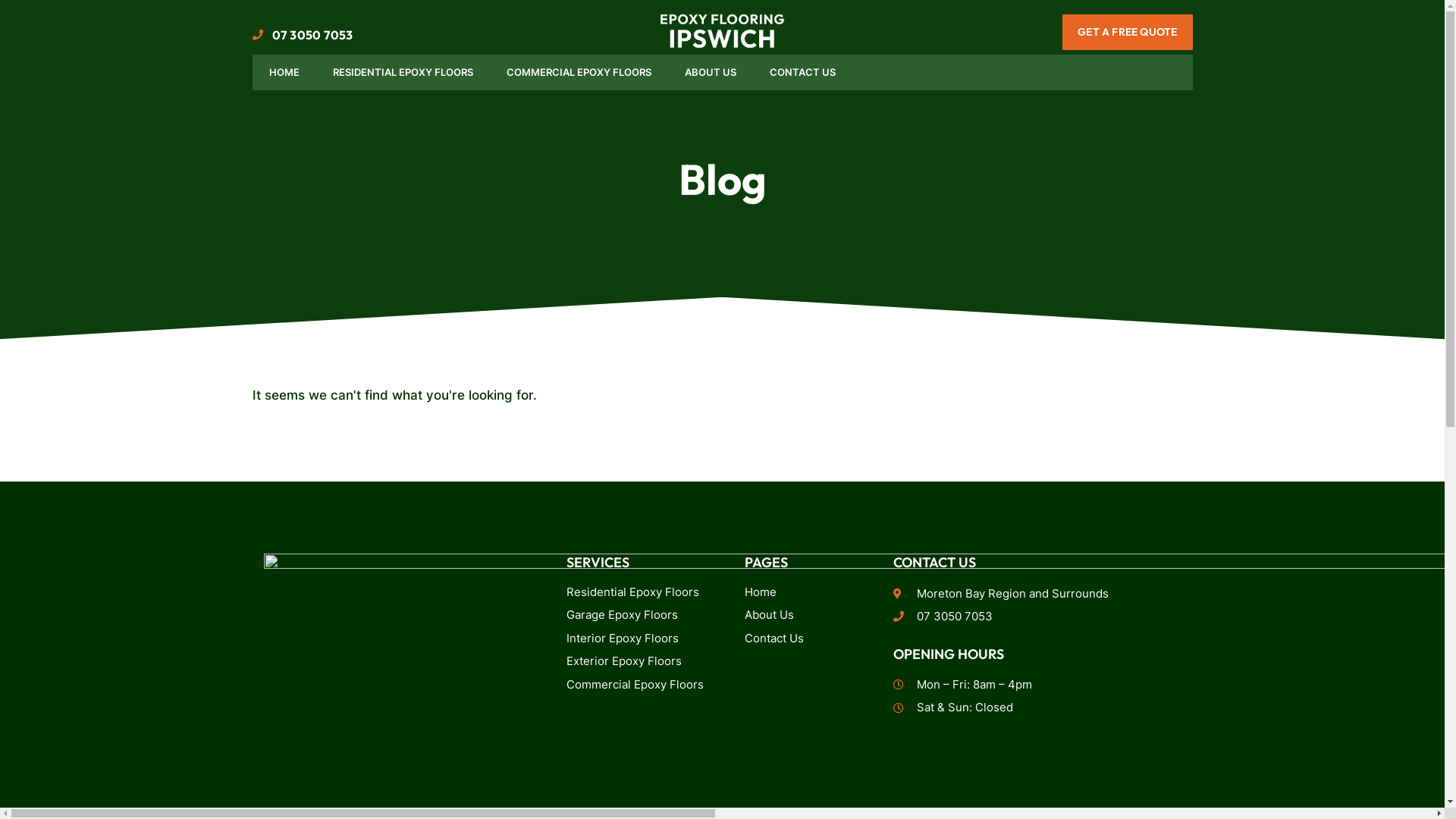  Describe the element at coordinates (402, 73) in the screenshot. I see `'RESIDENTIAL EPOXY FLOORS'` at that location.